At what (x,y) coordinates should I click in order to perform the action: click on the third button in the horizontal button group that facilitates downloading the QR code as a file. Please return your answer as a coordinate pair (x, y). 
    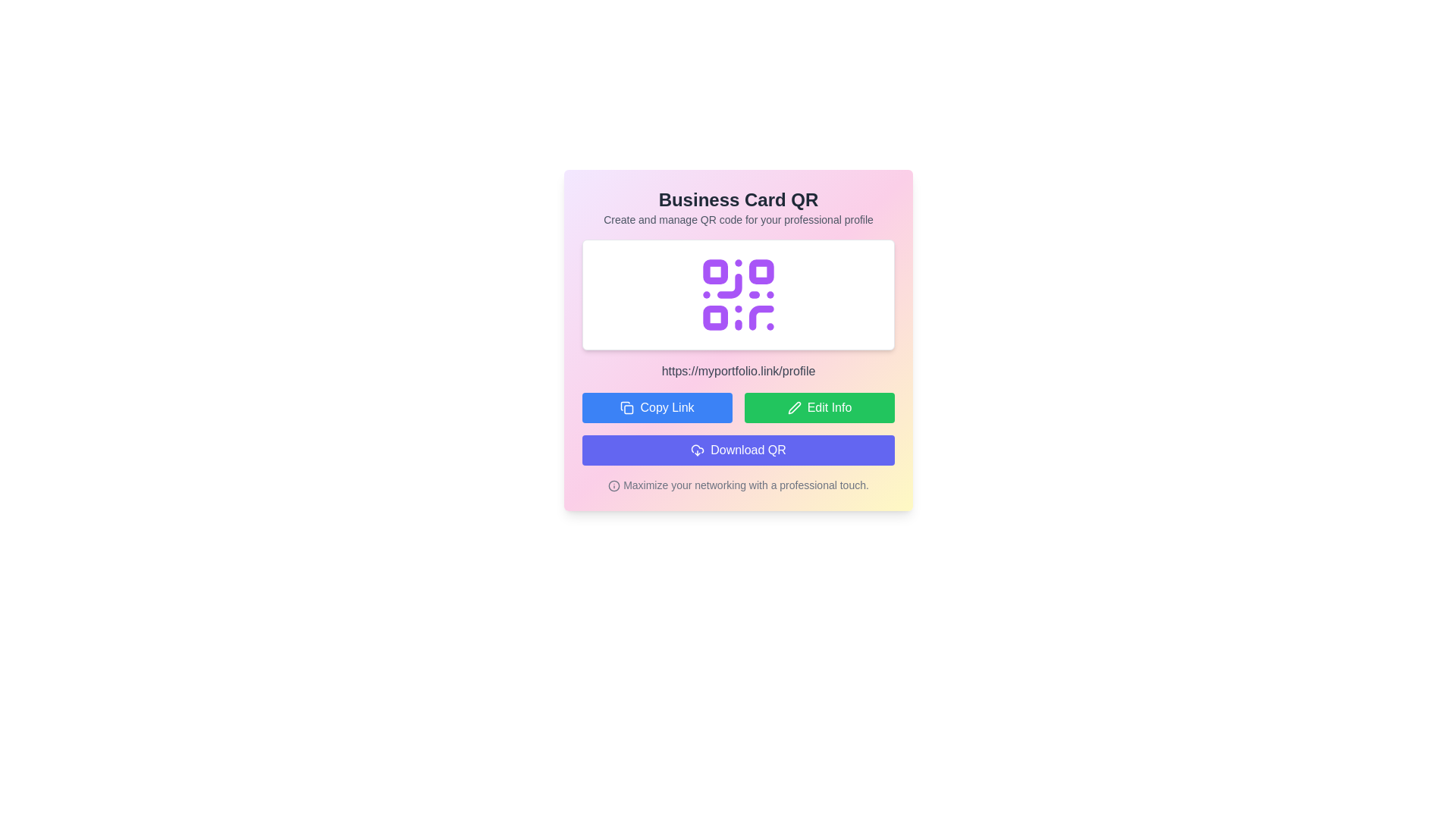
    Looking at the image, I should click on (739, 450).